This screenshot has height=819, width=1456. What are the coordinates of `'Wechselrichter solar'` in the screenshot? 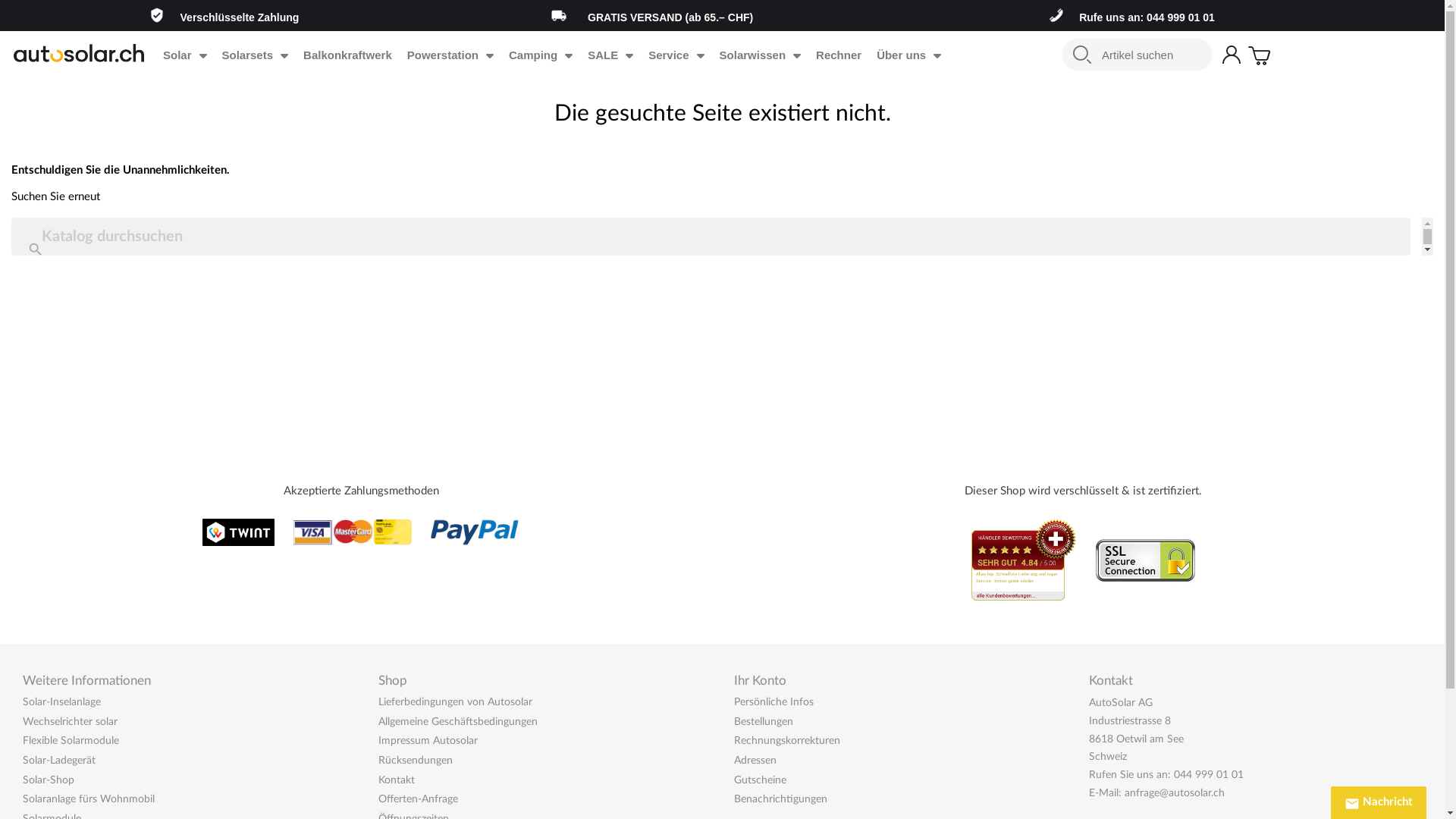 It's located at (69, 721).